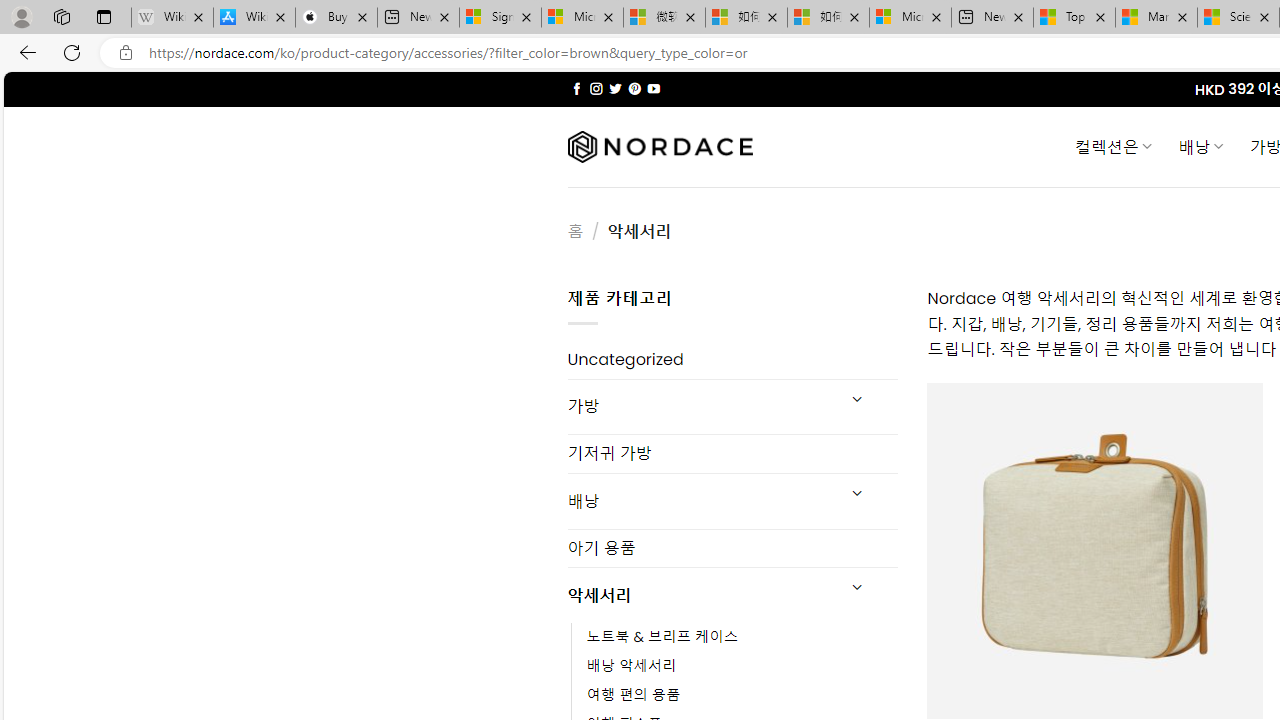  I want to click on 'Microsoft account | Account Checkup', so click(909, 17).